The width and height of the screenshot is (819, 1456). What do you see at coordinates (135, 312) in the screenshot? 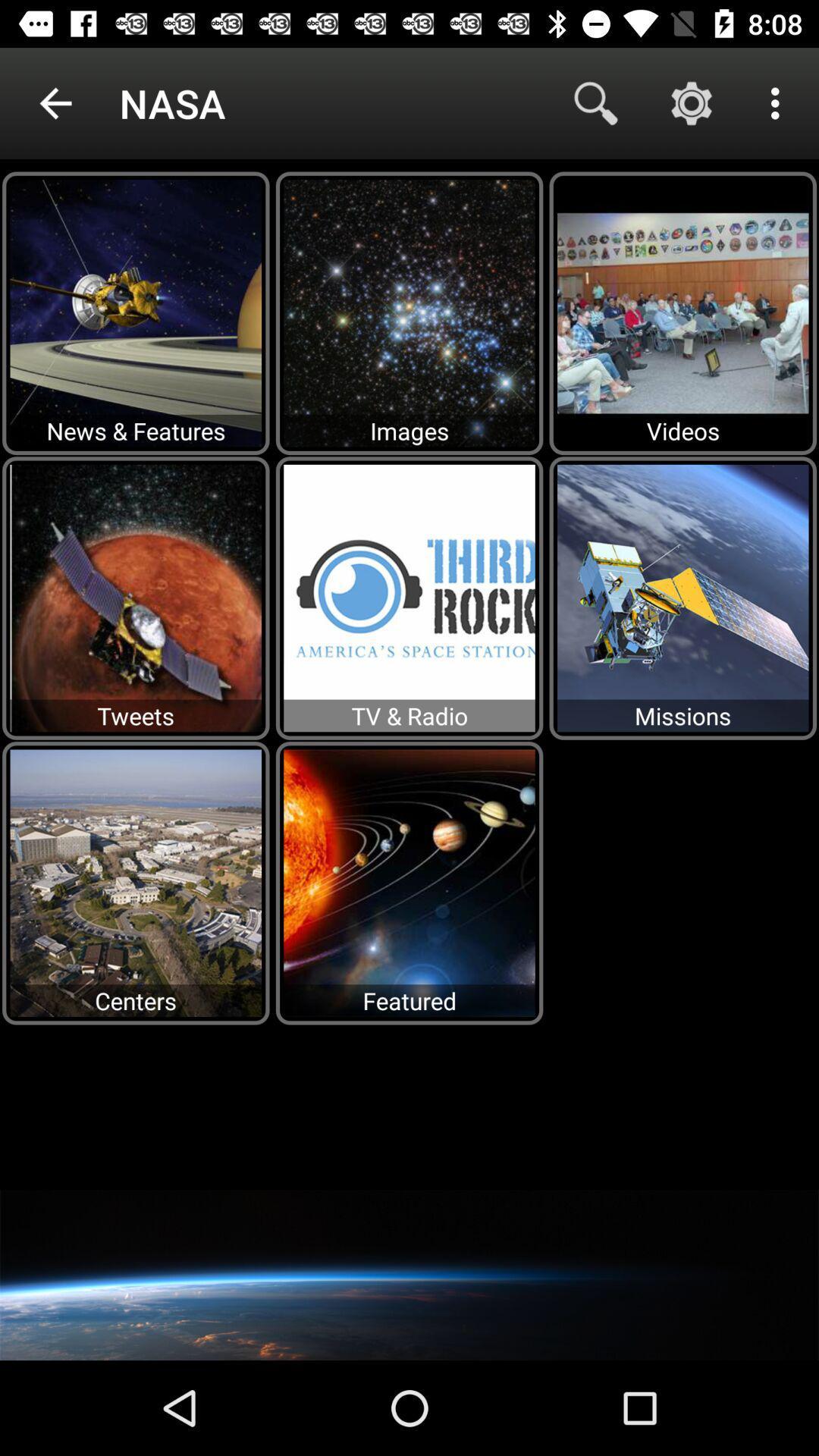
I see `the image newsfeatures in the first row which is below the text nasa` at bounding box center [135, 312].